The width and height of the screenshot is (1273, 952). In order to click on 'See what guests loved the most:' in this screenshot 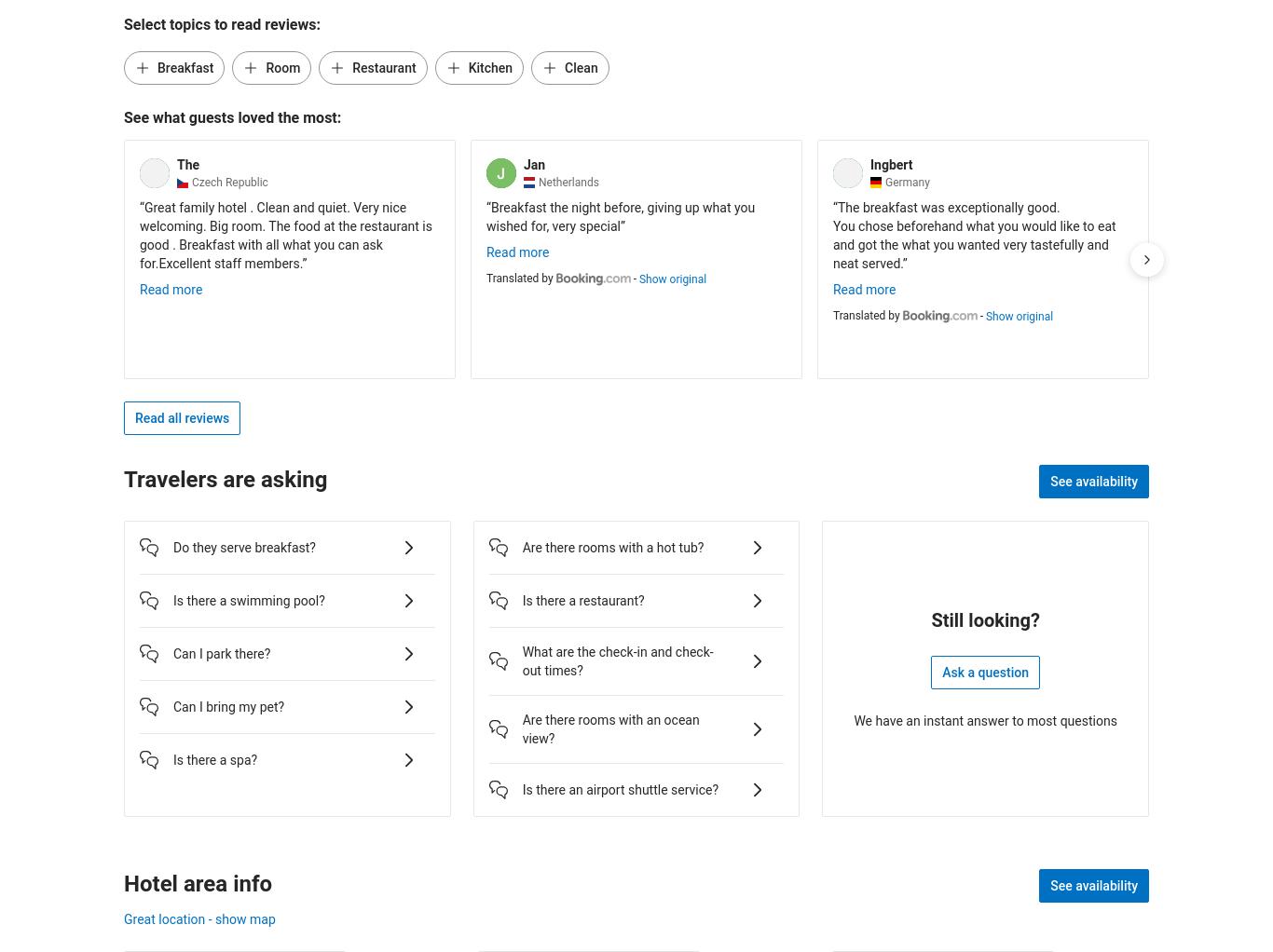, I will do `click(232, 116)`.